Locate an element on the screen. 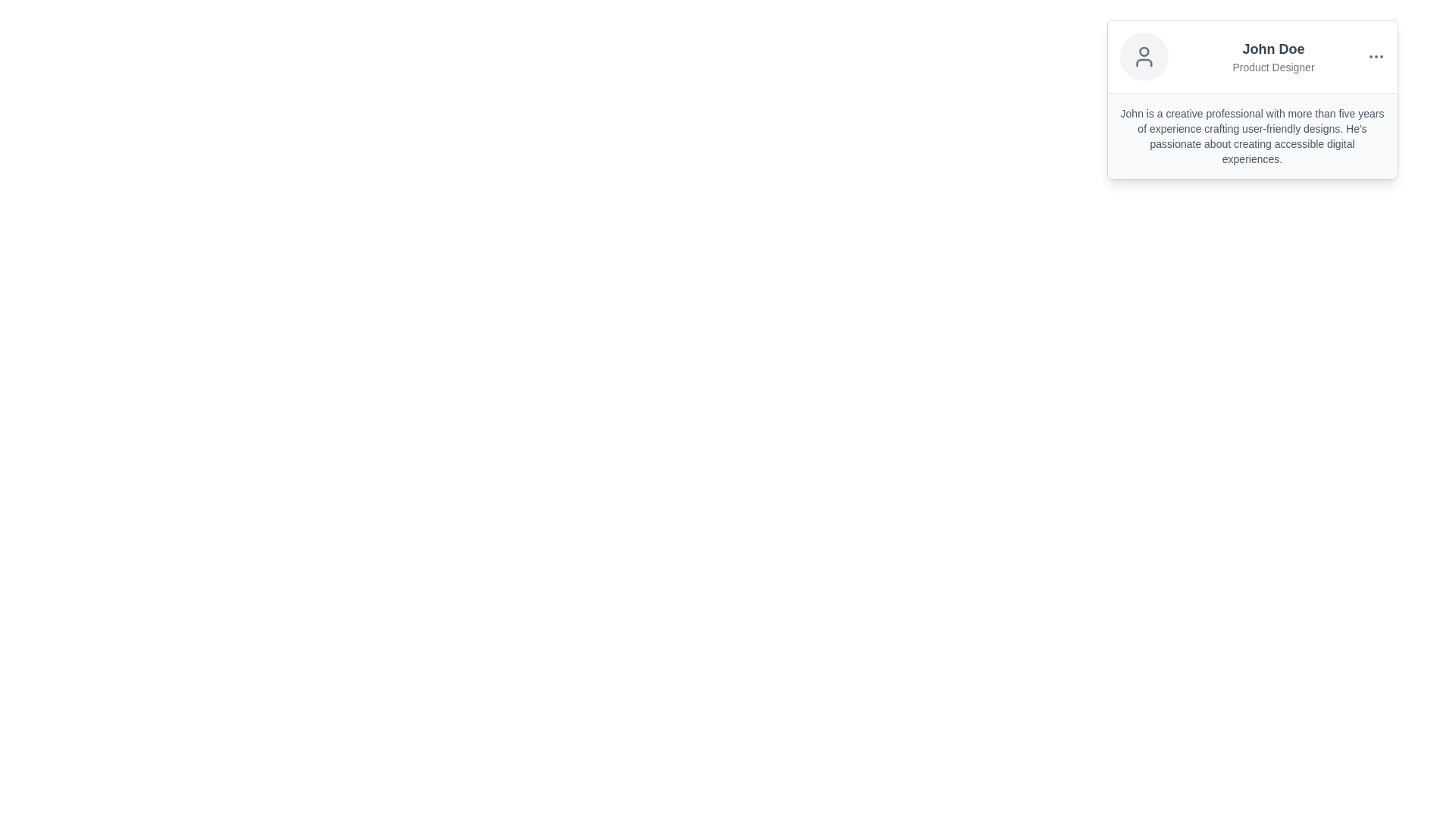 Image resolution: width=1456 pixels, height=819 pixels. the circular graphic element within the user profile avatar located at the top-left corner of the user profile card is located at coordinates (1144, 51).